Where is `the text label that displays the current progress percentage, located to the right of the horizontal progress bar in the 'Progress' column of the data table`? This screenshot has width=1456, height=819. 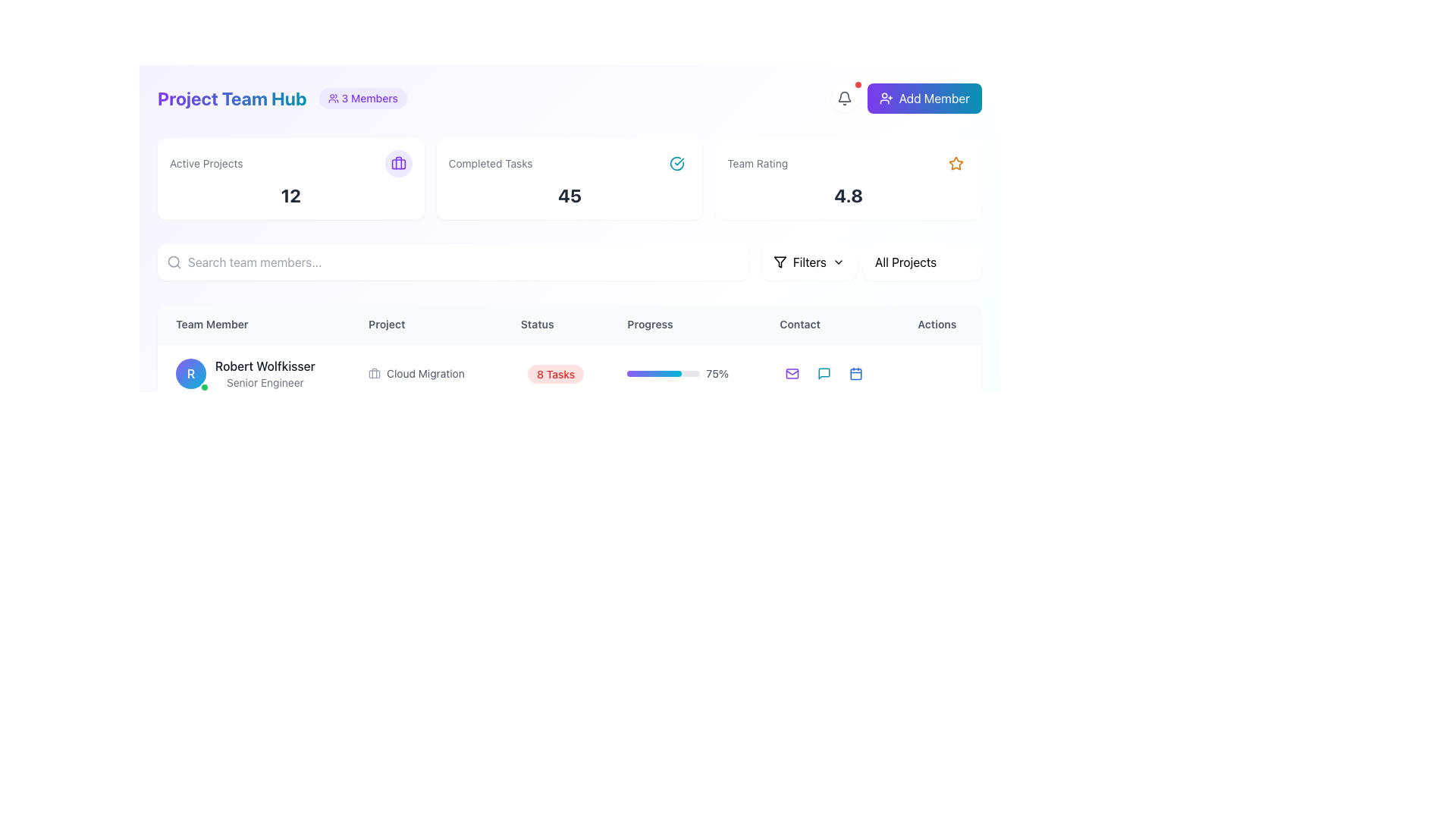
the text label that displays the current progress percentage, located to the right of the horizontal progress bar in the 'Progress' column of the data table is located at coordinates (717, 374).